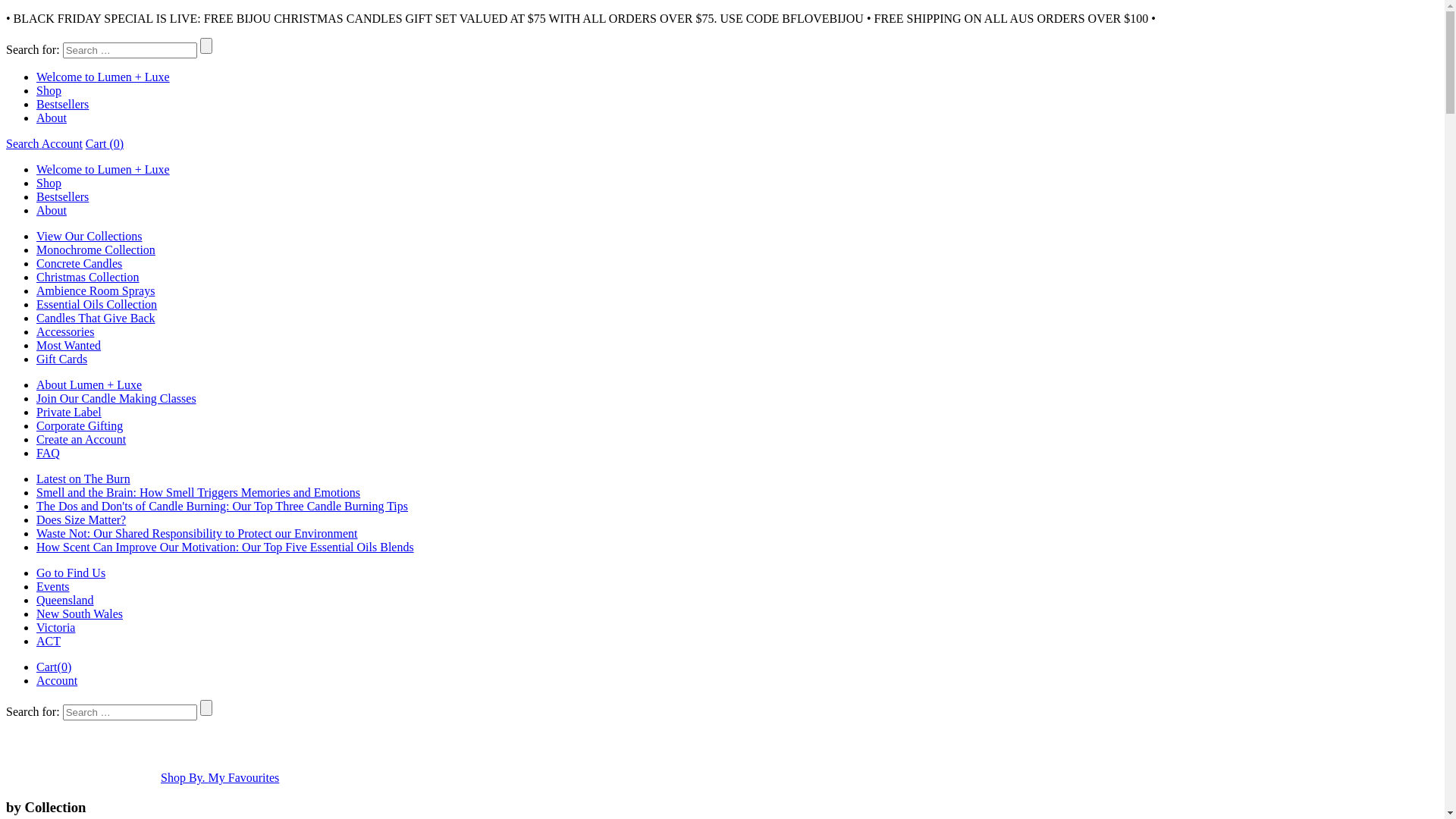 This screenshot has height=819, width=1456. What do you see at coordinates (130, 712) in the screenshot?
I see `'Search for:'` at bounding box center [130, 712].